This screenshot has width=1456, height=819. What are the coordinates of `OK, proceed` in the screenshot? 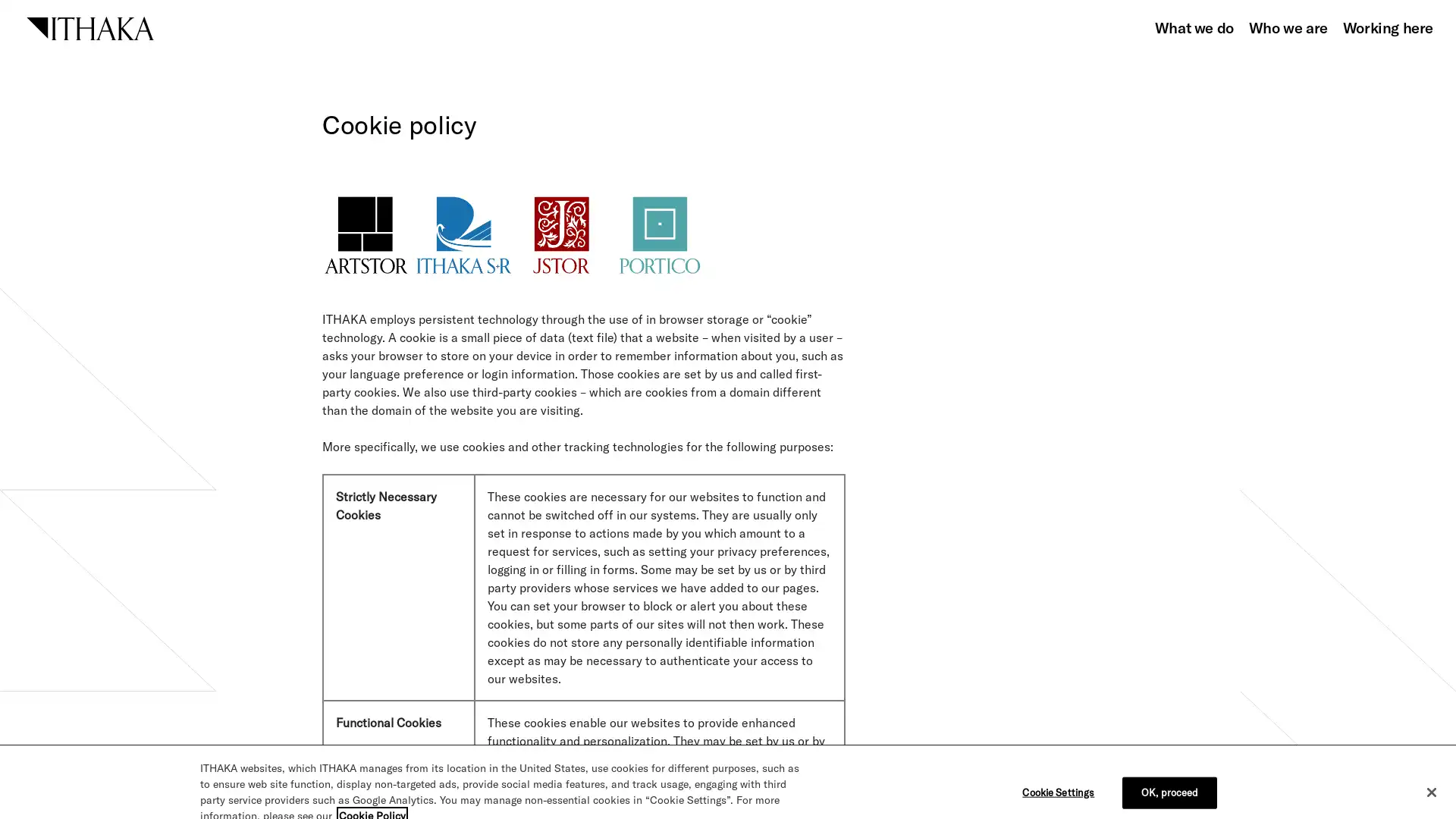 It's located at (1169, 769).